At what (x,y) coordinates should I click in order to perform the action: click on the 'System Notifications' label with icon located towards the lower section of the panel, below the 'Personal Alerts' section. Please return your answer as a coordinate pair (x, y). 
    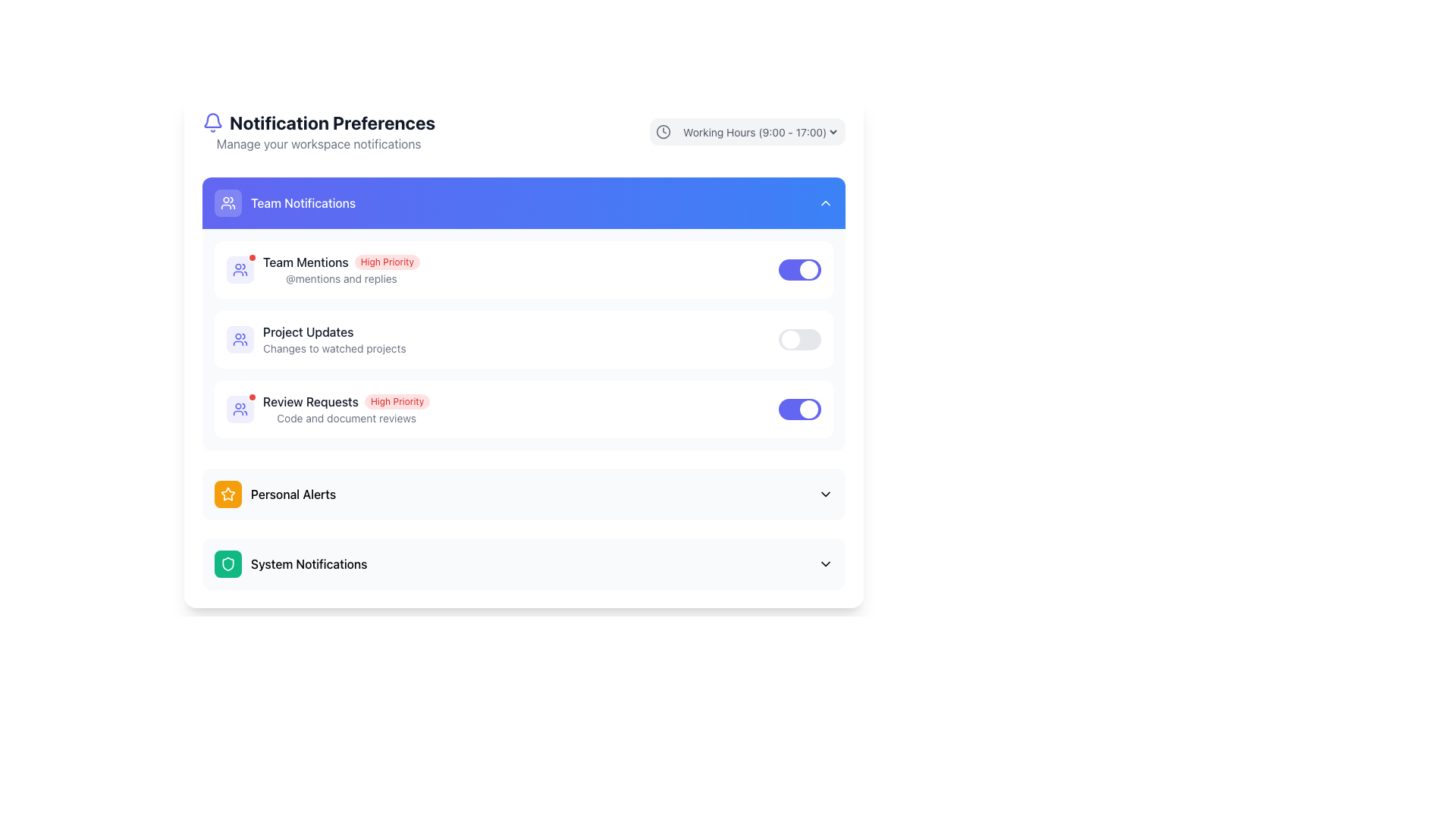
    Looking at the image, I should click on (290, 564).